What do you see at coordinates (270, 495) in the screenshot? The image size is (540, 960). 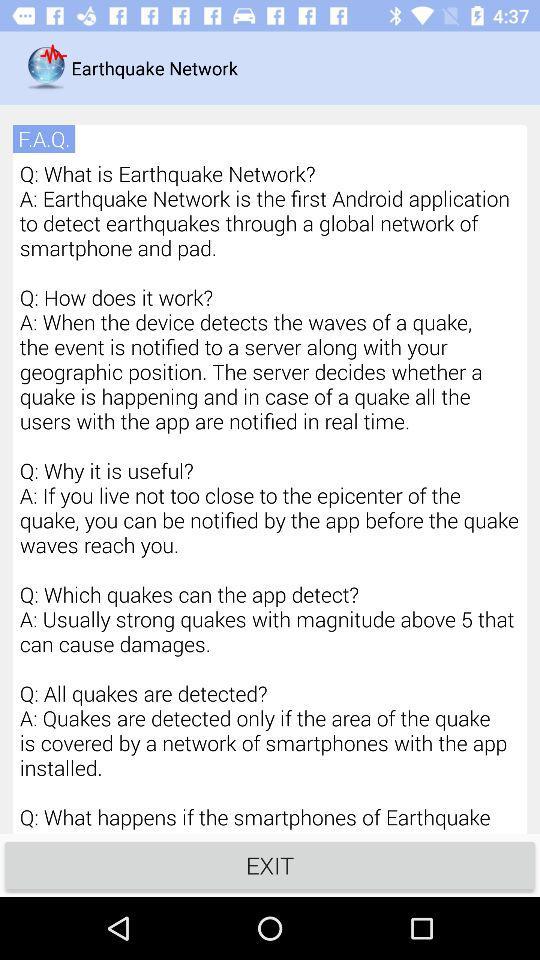 I see `the item below the f.a.q. item` at bounding box center [270, 495].